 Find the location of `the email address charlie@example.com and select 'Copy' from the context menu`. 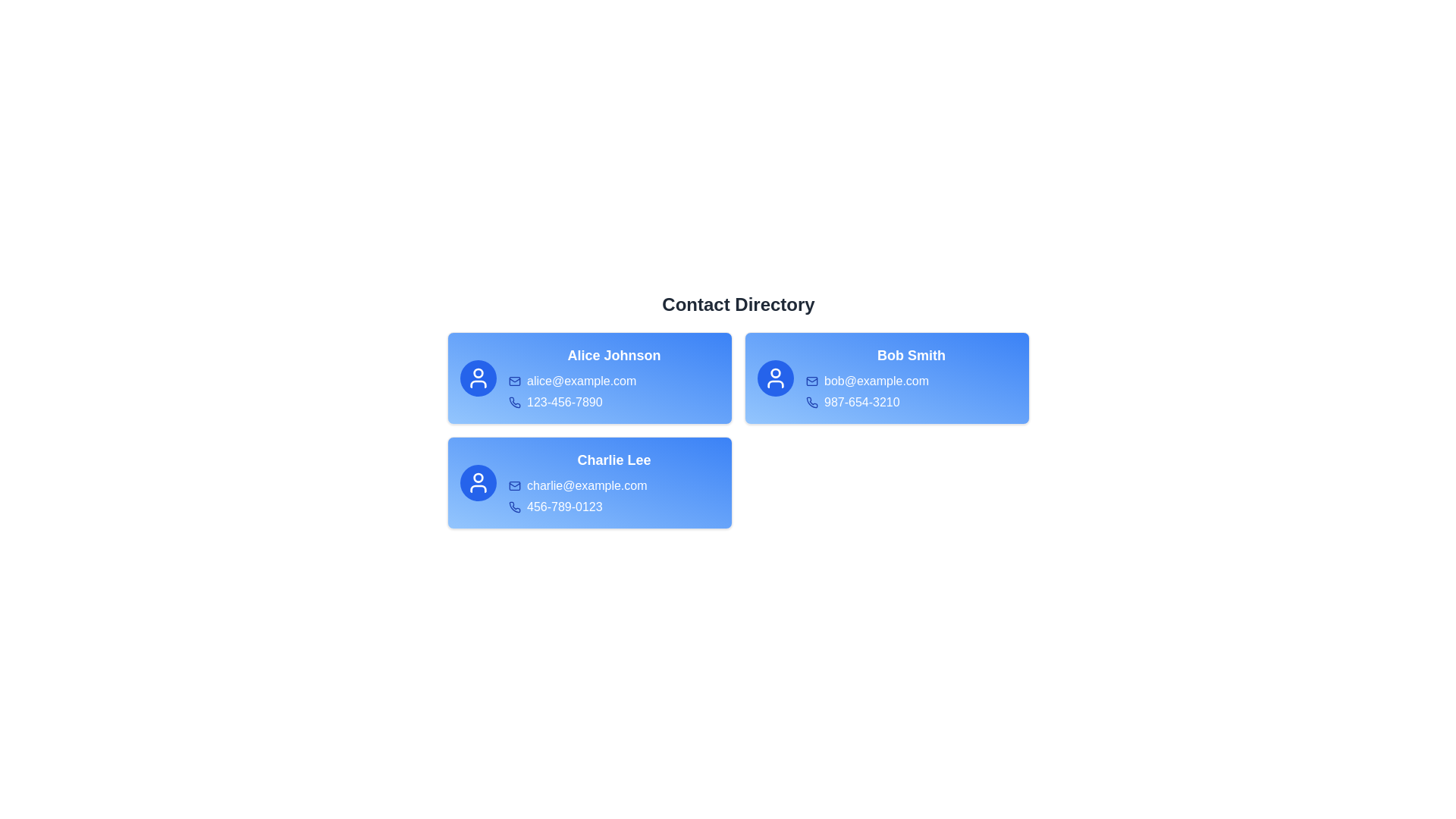

the email address charlie@example.com and select 'Copy' from the context menu is located at coordinates (614, 485).